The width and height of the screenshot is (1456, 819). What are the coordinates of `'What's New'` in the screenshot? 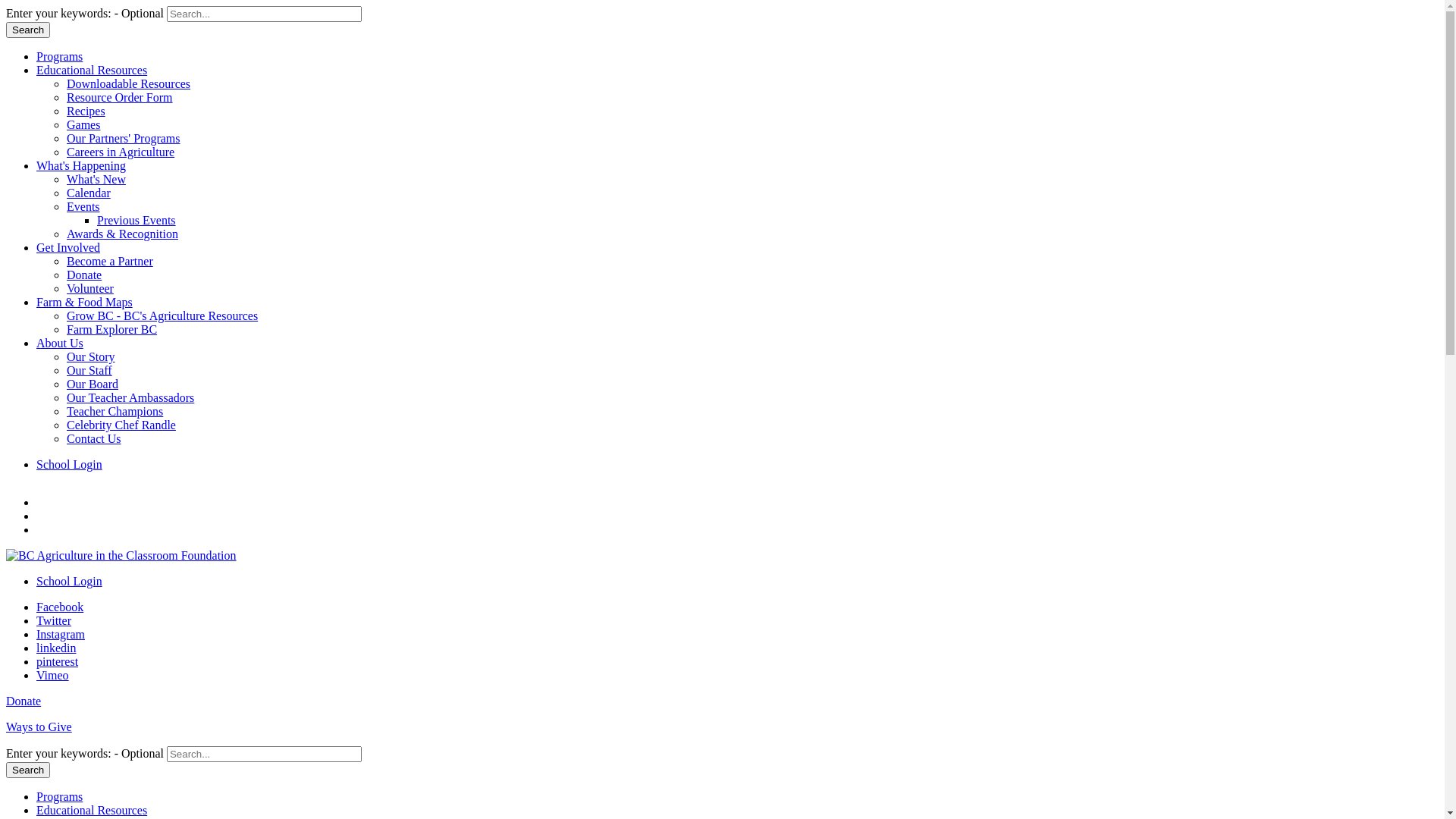 It's located at (95, 178).